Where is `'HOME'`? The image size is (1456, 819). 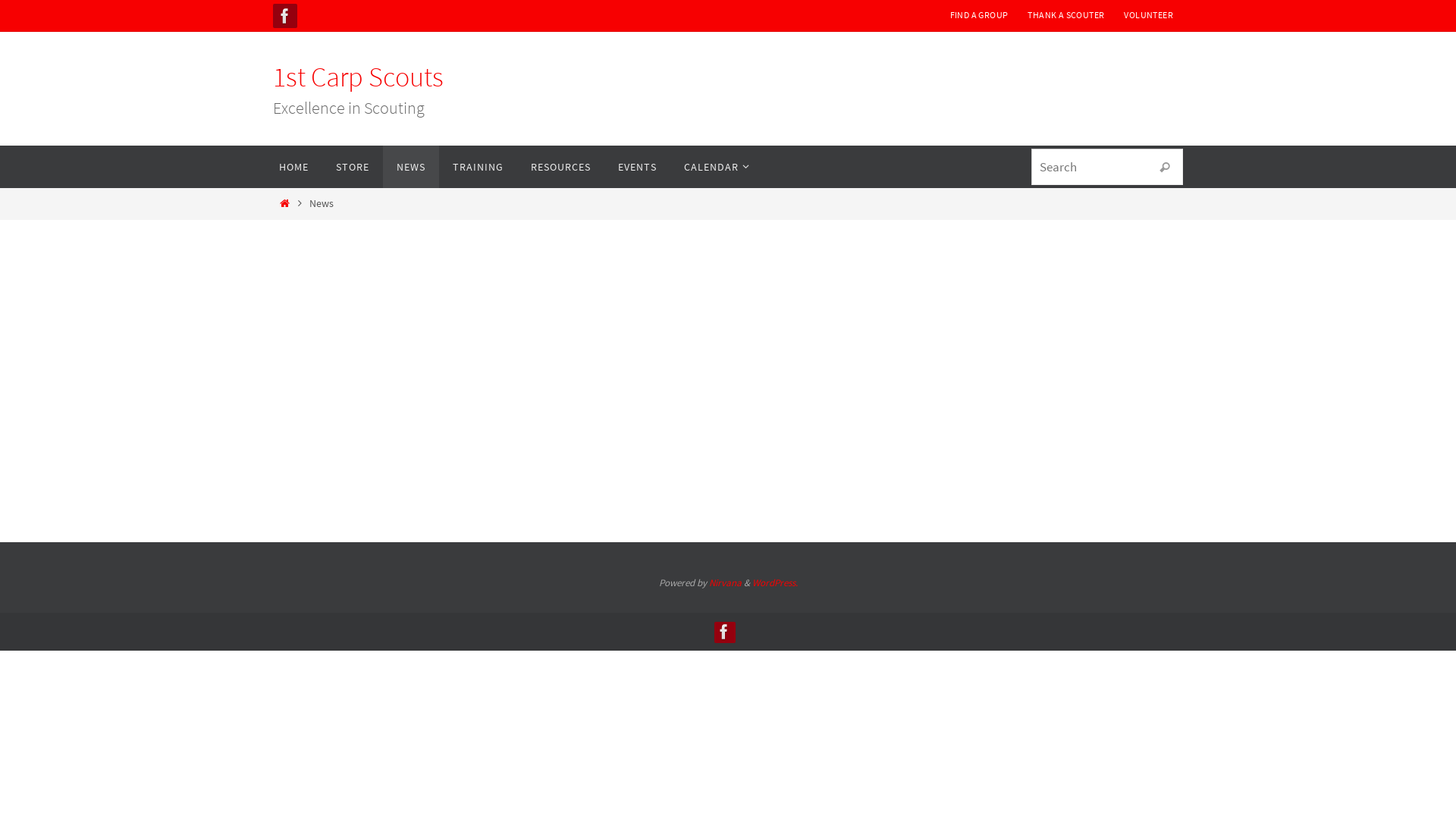
'HOME' is located at coordinates (293, 166).